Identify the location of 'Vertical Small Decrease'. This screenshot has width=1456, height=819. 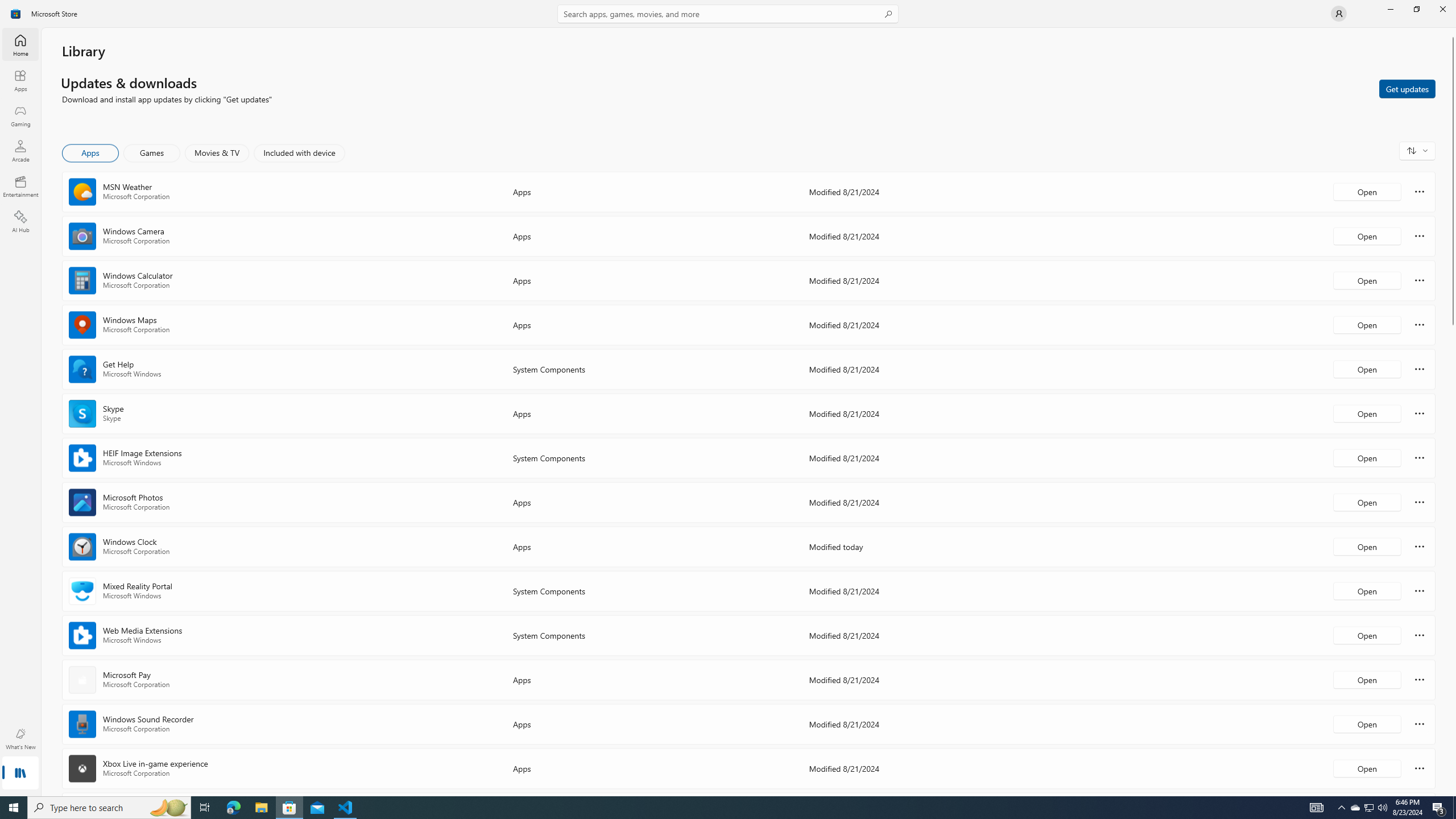
(1451, 31).